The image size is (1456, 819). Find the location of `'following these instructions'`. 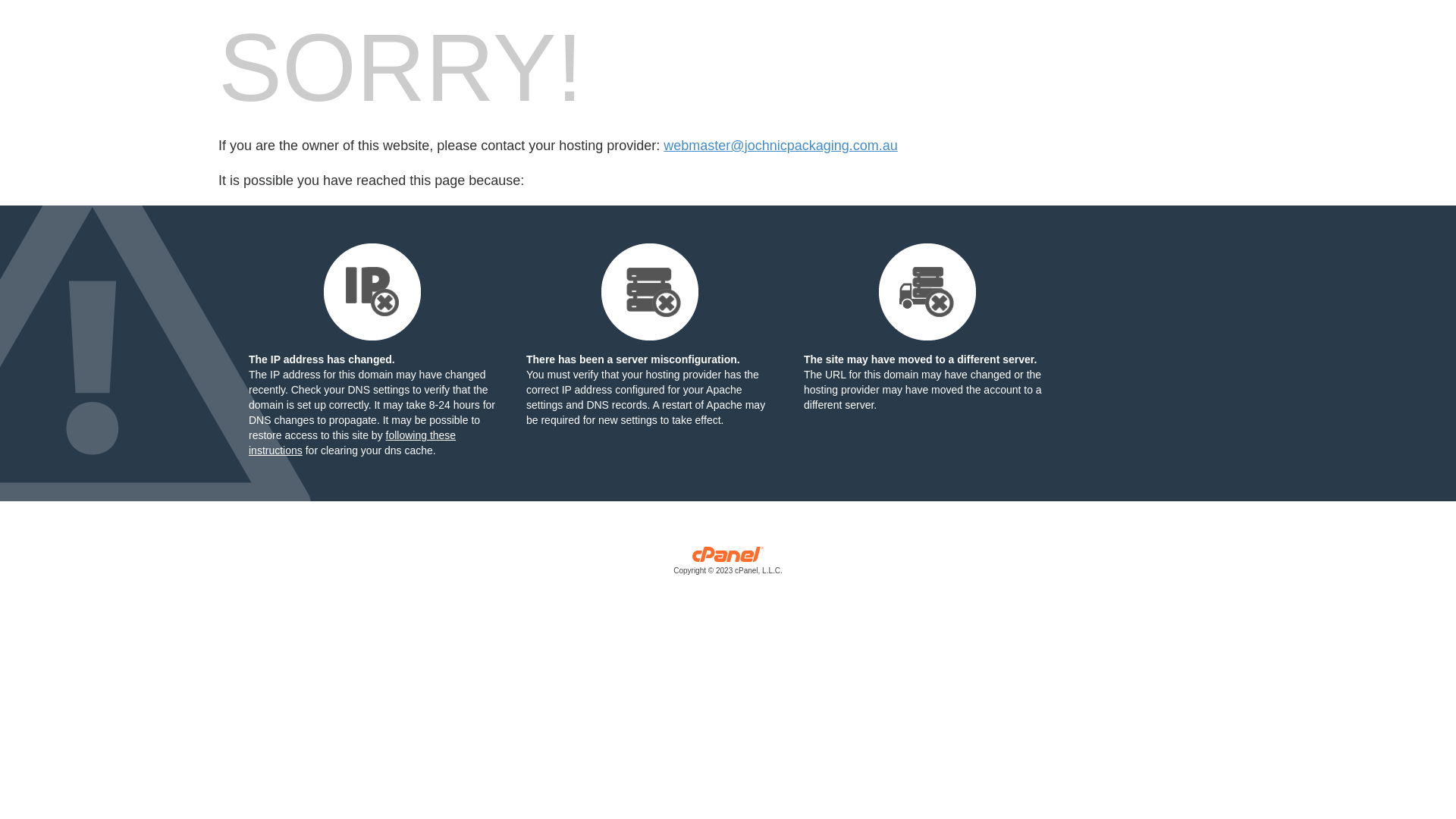

'following these instructions' is located at coordinates (351, 442).